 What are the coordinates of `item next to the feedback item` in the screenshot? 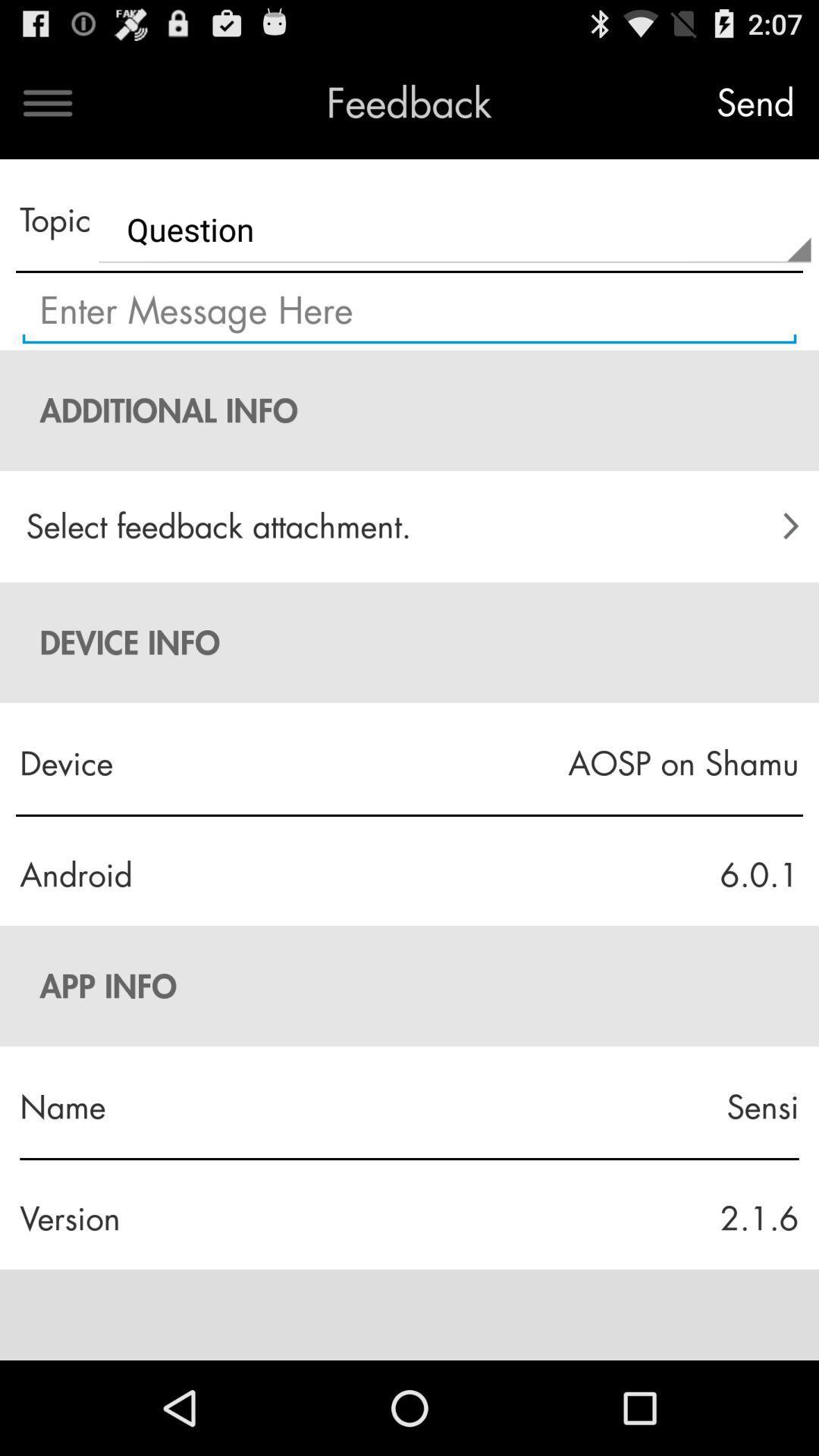 It's located at (46, 102).